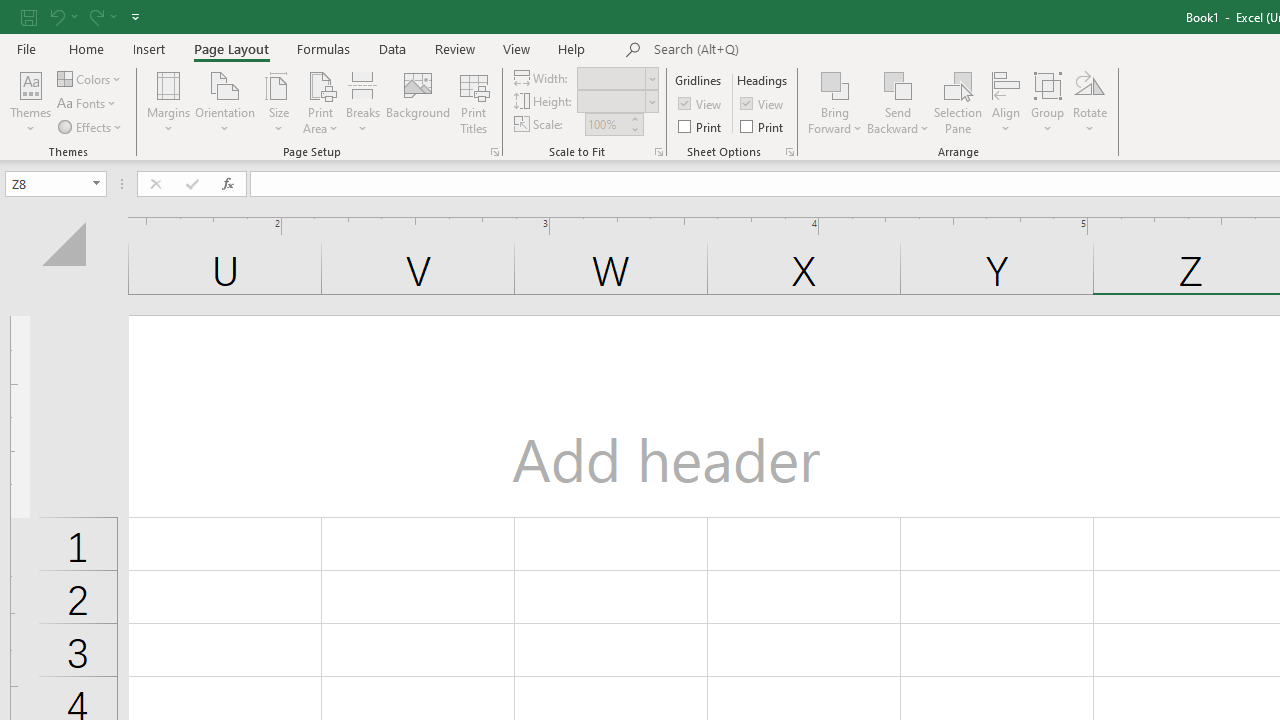 The image size is (1280, 720). What do you see at coordinates (835, 103) in the screenshot?
I see `'Bring Forward'` at bounding box center [835, 103].